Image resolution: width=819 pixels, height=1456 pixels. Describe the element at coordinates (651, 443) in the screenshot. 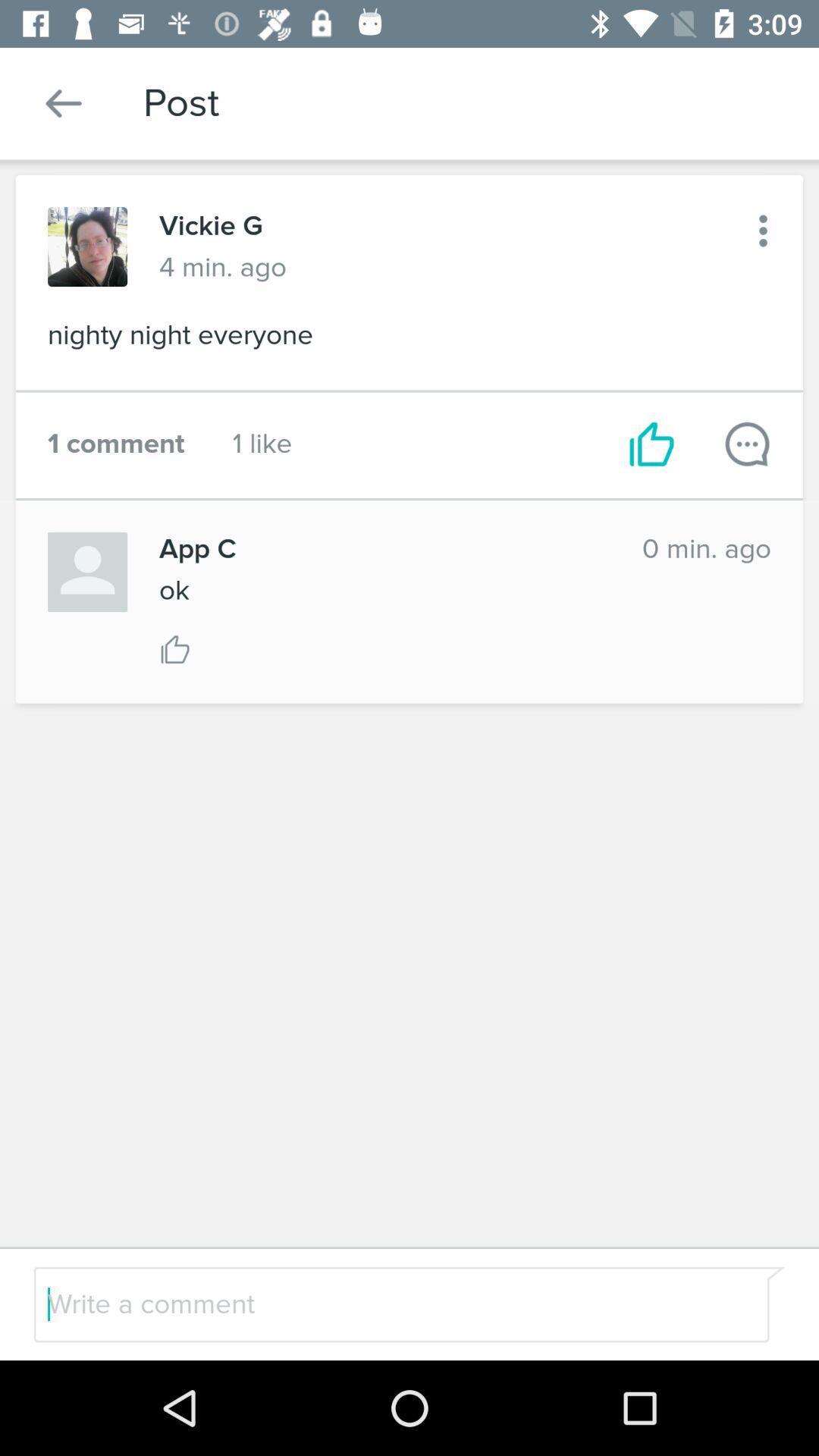

I see `the item next to 1 like item` at that location.